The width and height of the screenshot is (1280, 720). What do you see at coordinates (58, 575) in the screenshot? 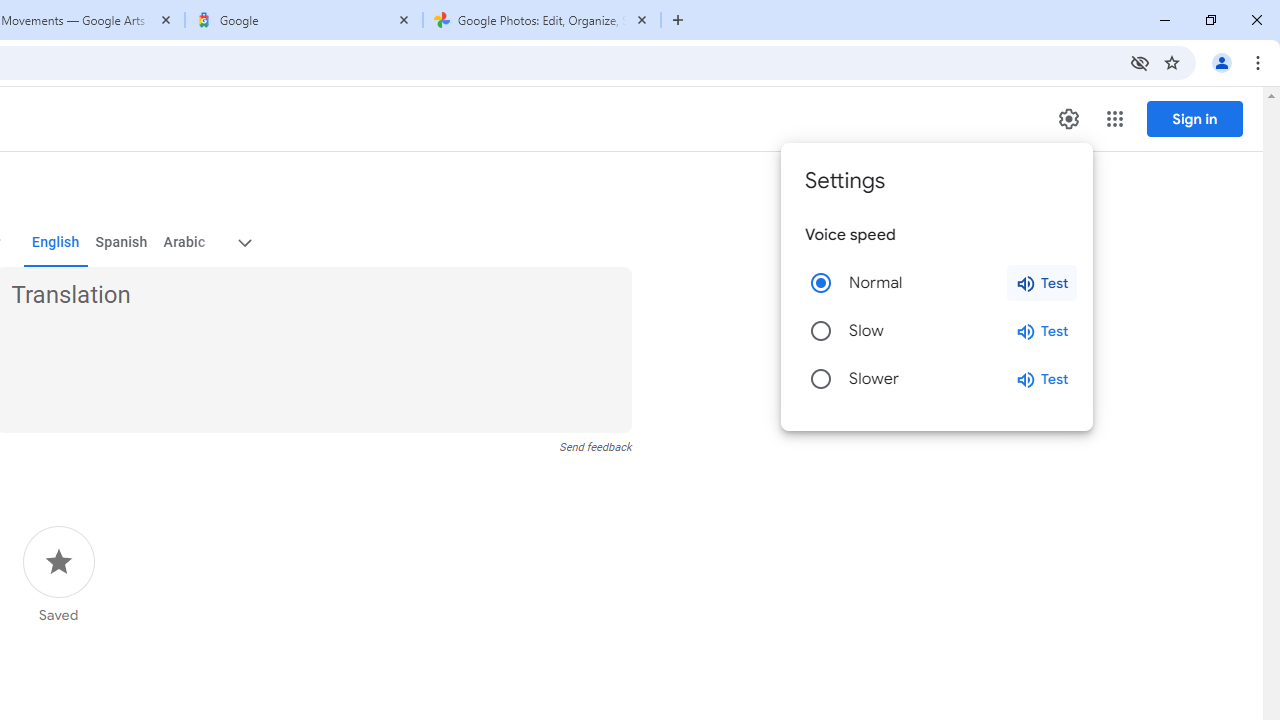
I see `'Saved'` at bounding box center [58, 575].